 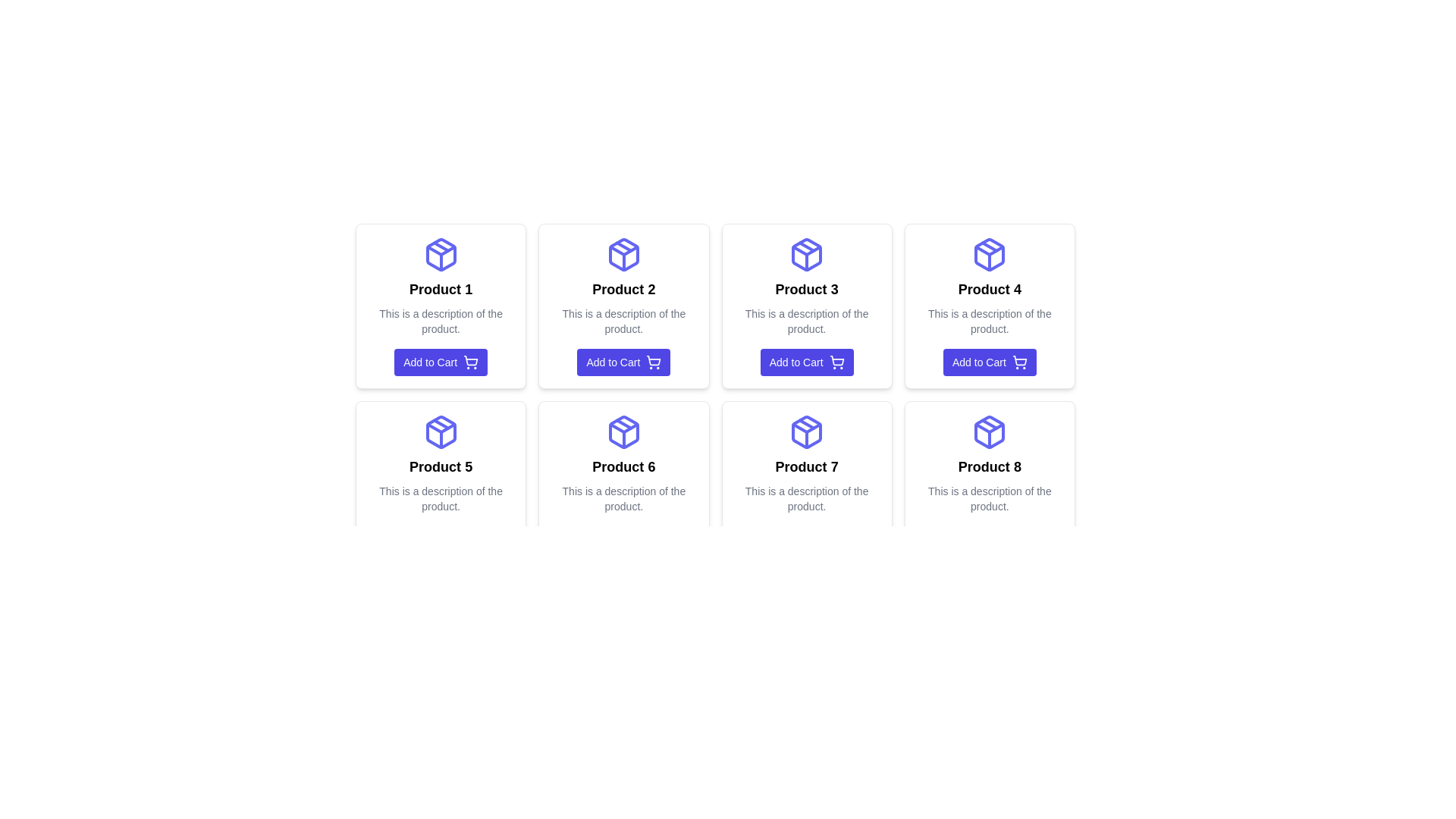 I want to click on the text label displaying 'Product 8', which is located inside the last product card in the second row of a responsive grid layout, so click(x=990, y=466).